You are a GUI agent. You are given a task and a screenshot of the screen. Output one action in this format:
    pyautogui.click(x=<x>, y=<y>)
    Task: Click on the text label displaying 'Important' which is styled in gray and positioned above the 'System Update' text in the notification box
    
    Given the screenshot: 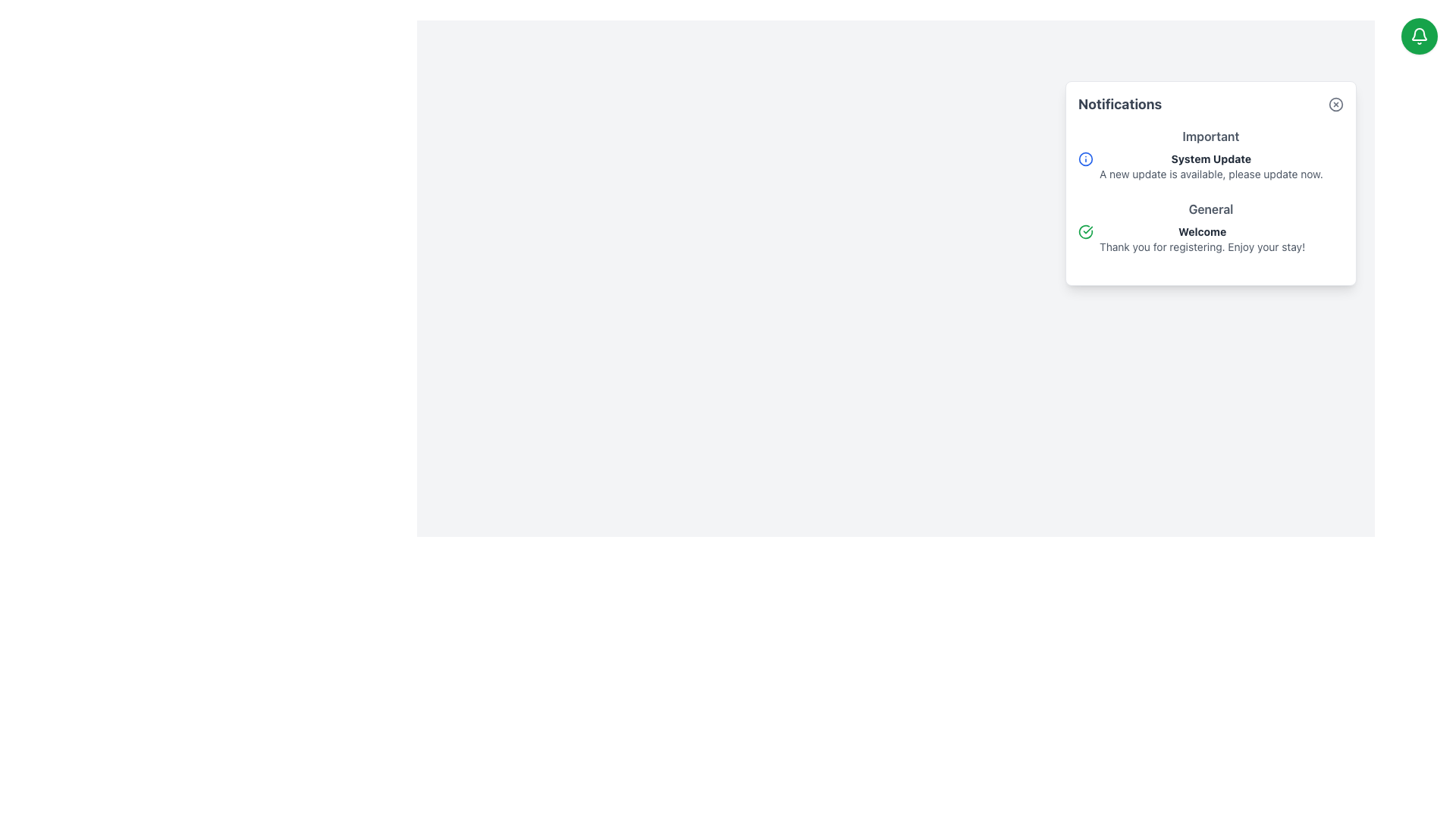 What is the action you would take?
    pyautogui.click(x=1210, y=136)
    